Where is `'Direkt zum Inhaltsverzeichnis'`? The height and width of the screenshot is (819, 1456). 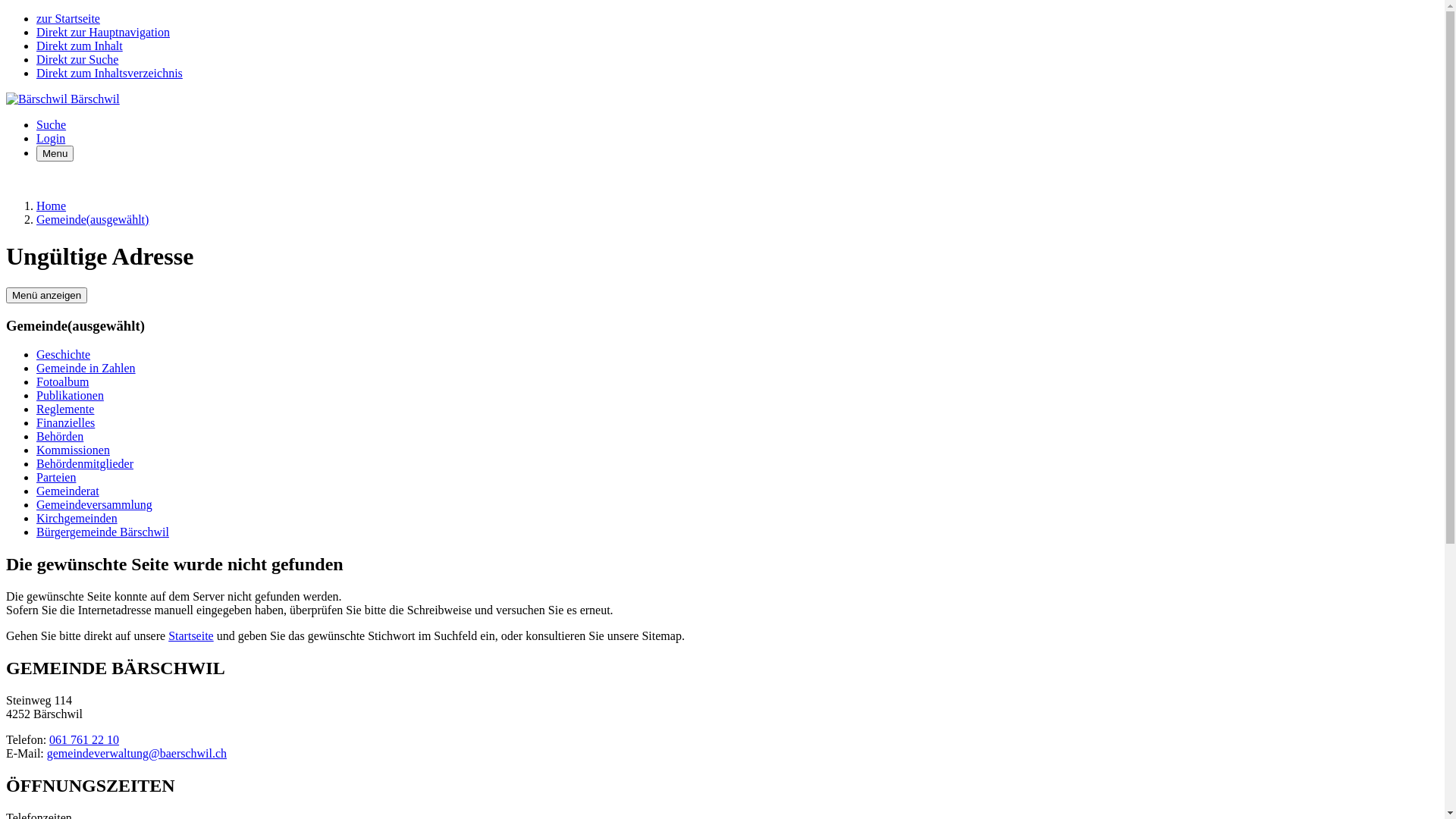 'Direkt zum Inhaltsverzeichnis' is located at coordinates (108, 73).